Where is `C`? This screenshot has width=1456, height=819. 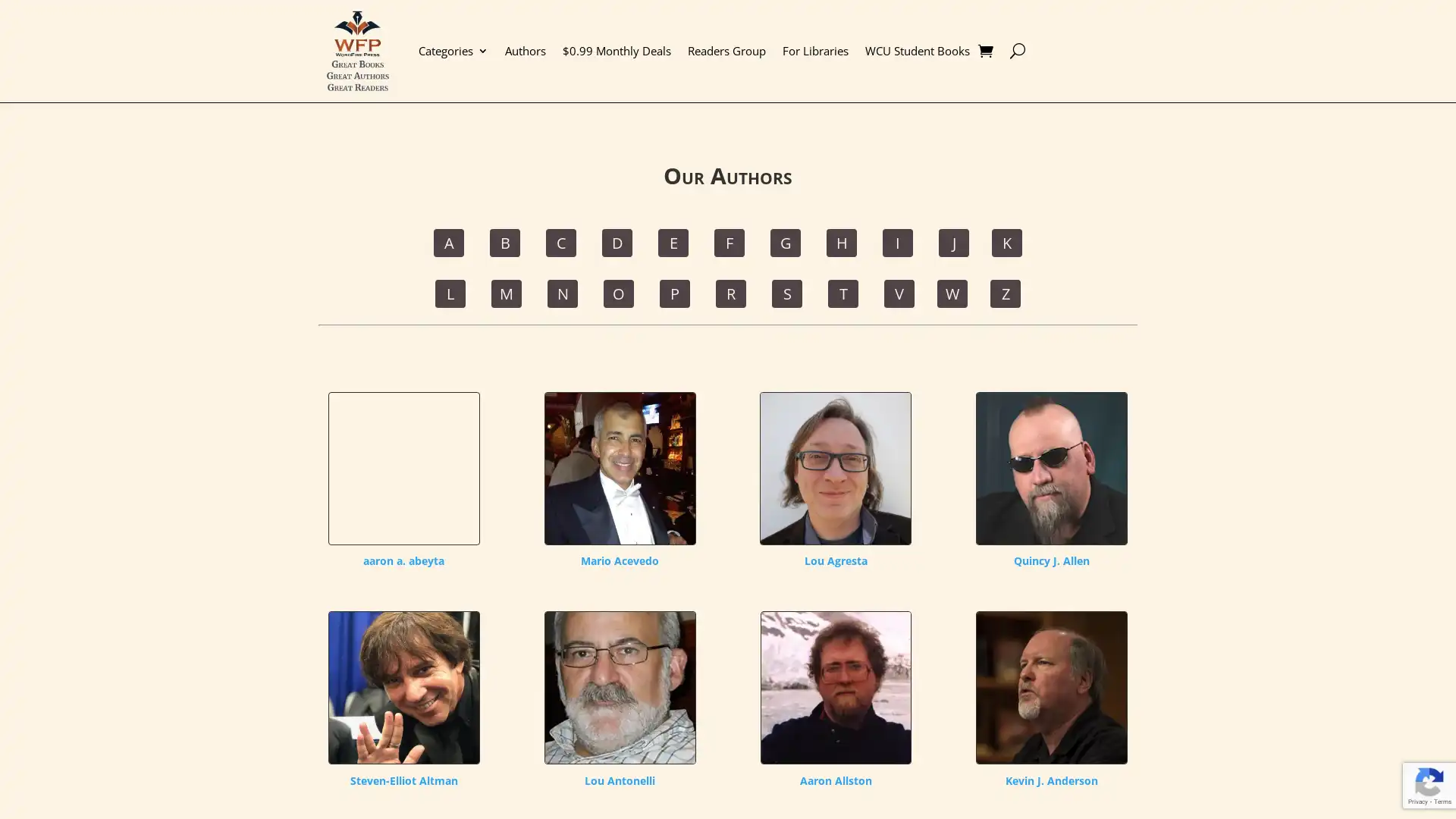 C is located at coordinates (560, 241).